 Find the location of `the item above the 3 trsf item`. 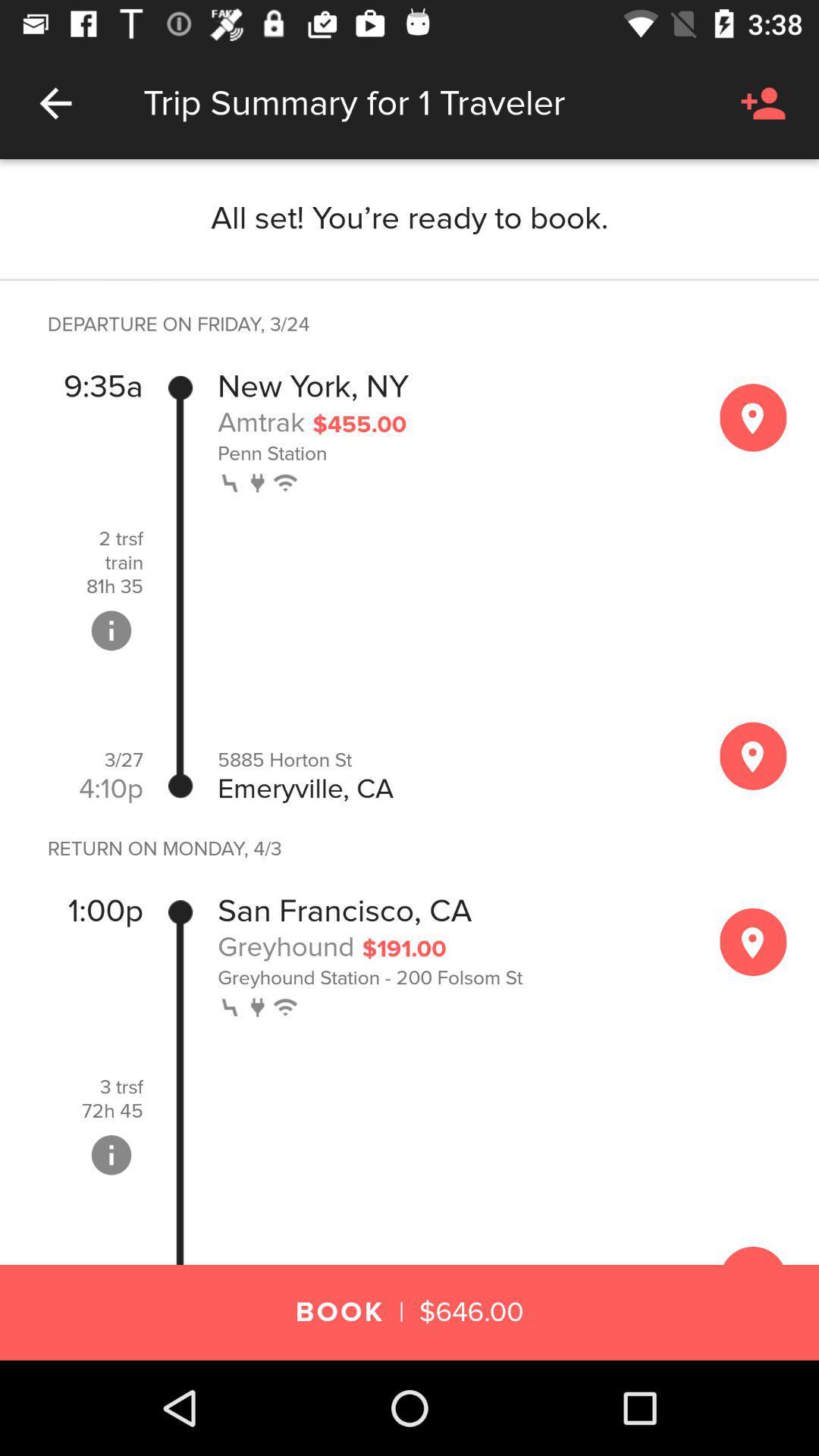

the item above the 3 trsf item is located at coordinates (105, 910).